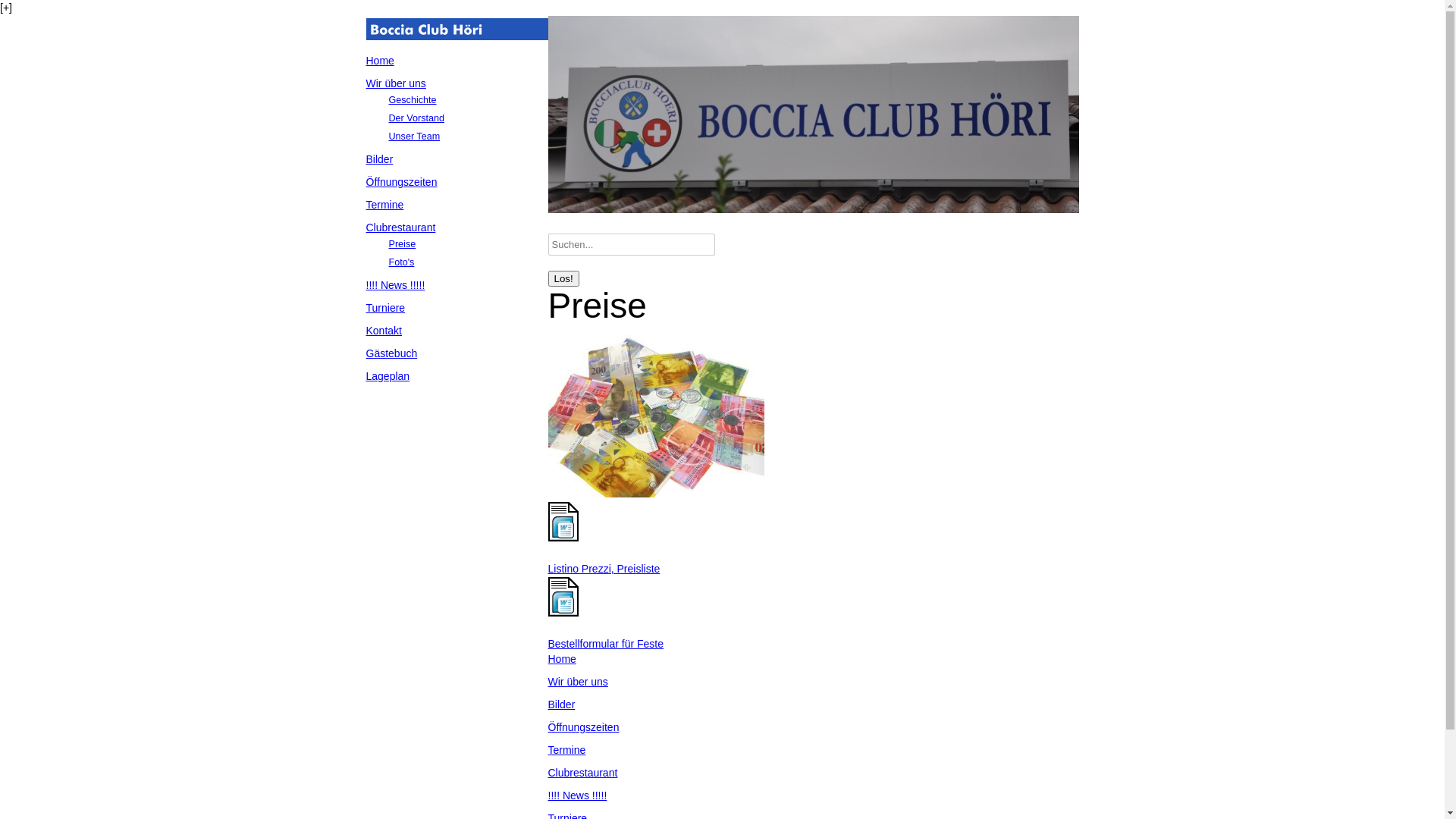 This screenshot has width=1456, height=819. I want to click on 'Lageplan', so click(387, 375).